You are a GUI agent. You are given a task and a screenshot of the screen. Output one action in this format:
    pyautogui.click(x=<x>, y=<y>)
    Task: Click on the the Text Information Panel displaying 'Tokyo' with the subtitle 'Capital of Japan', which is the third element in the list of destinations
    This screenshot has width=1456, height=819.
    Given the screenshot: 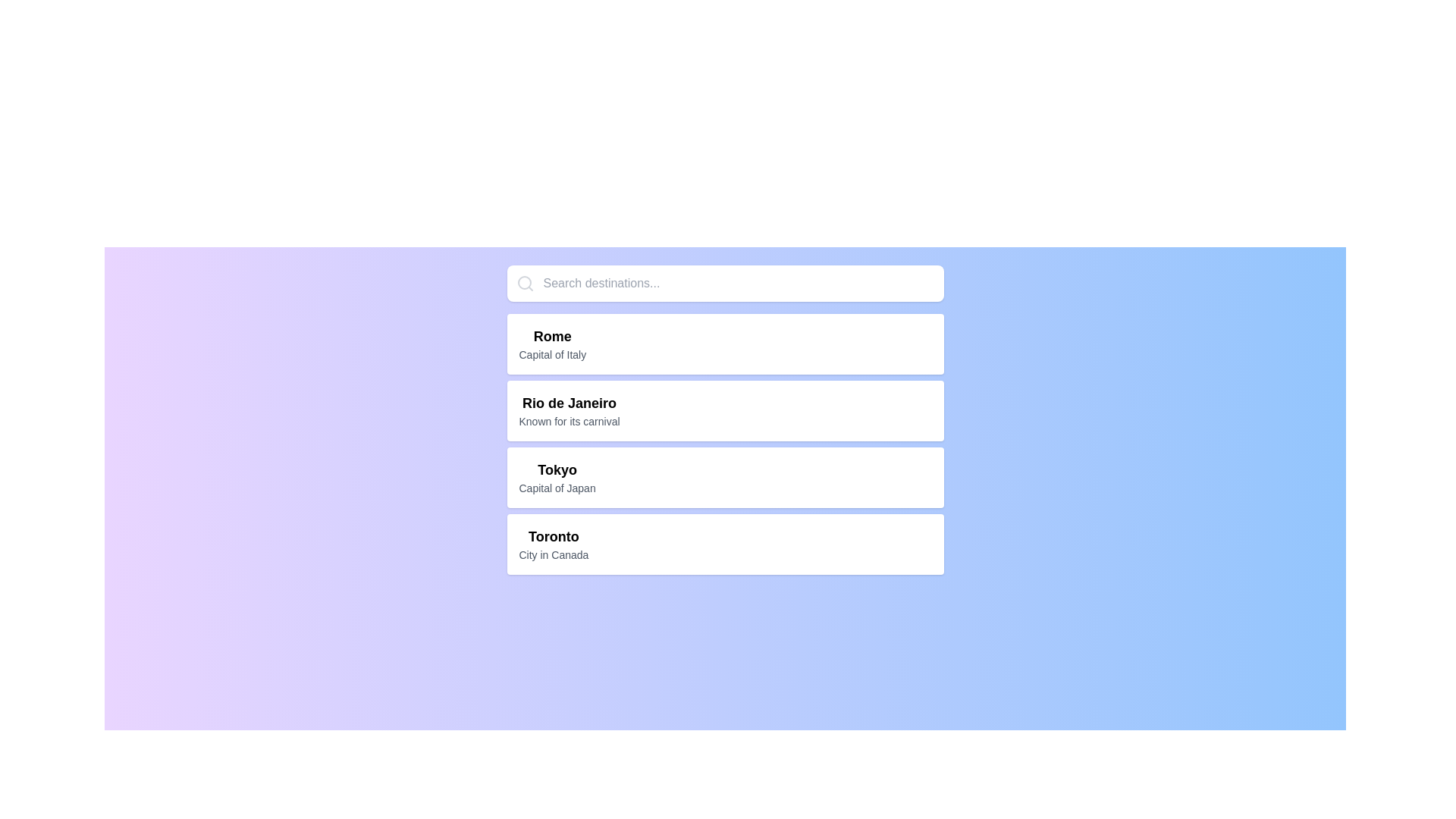 What is the action you would take?
    pyautogui.click(x=557, y=476)
    